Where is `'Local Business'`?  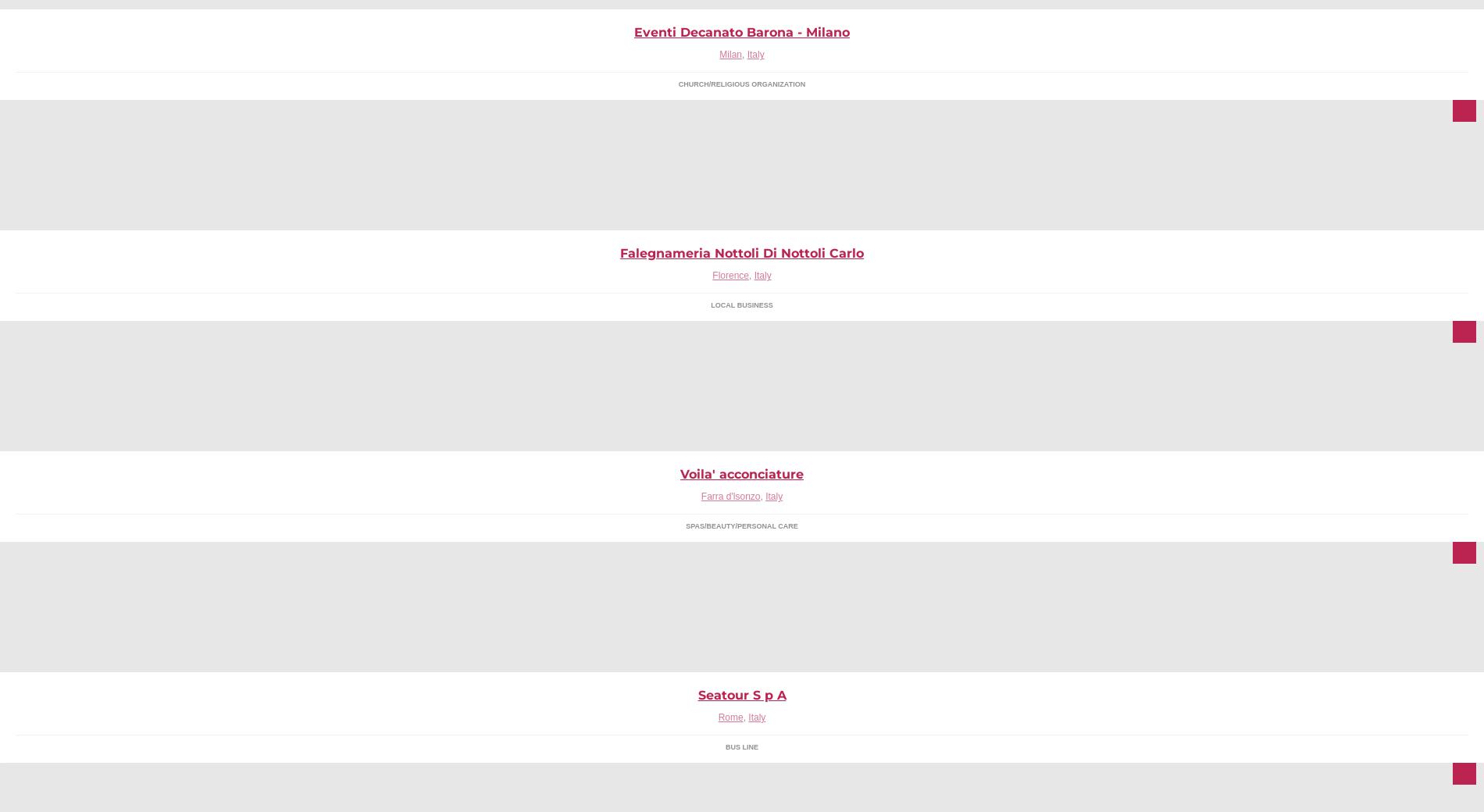 'Local Business' is located at coordinates (740, 305).